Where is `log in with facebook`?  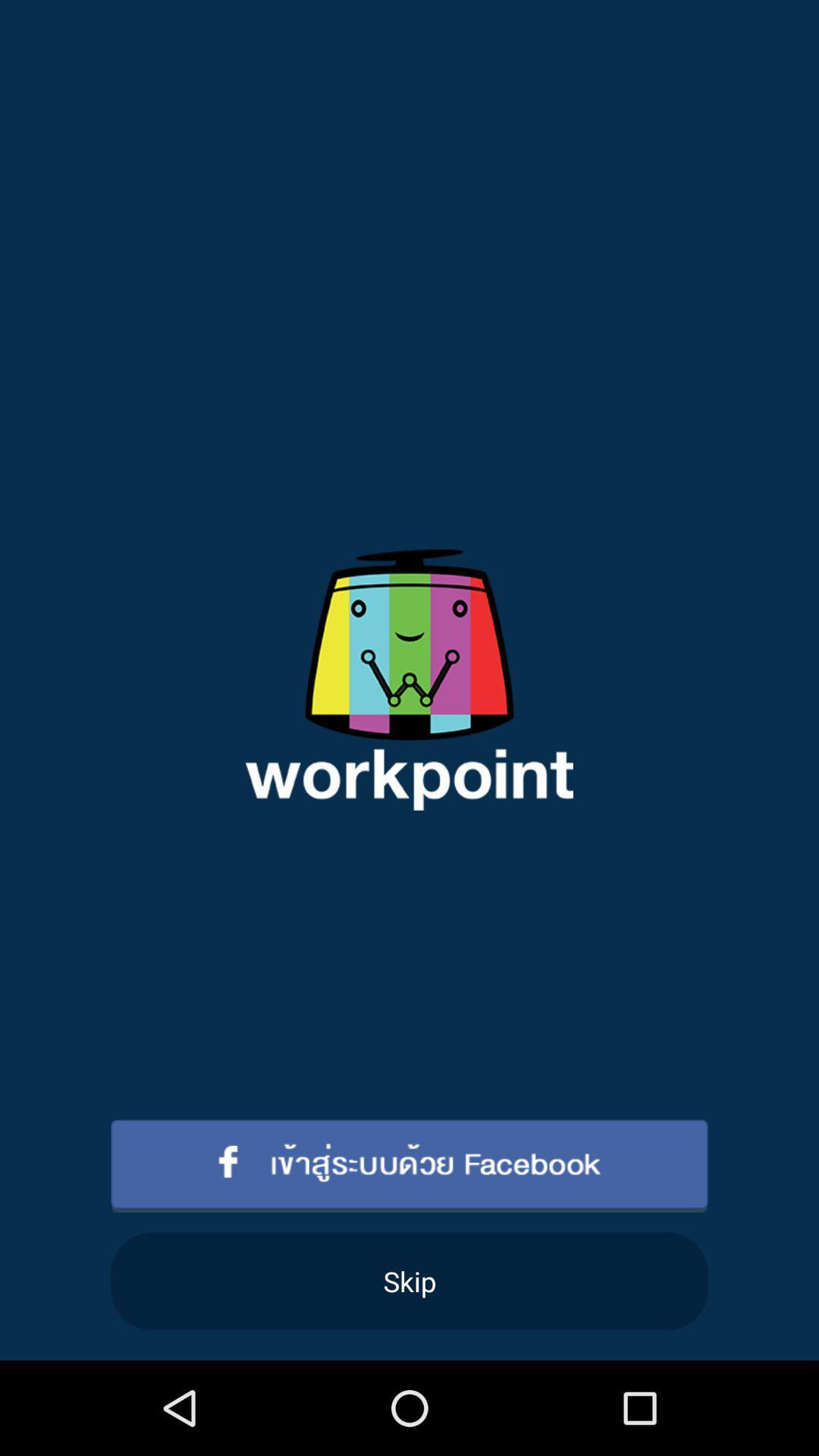 log in with facebook is located at coordinates (409, 1165).